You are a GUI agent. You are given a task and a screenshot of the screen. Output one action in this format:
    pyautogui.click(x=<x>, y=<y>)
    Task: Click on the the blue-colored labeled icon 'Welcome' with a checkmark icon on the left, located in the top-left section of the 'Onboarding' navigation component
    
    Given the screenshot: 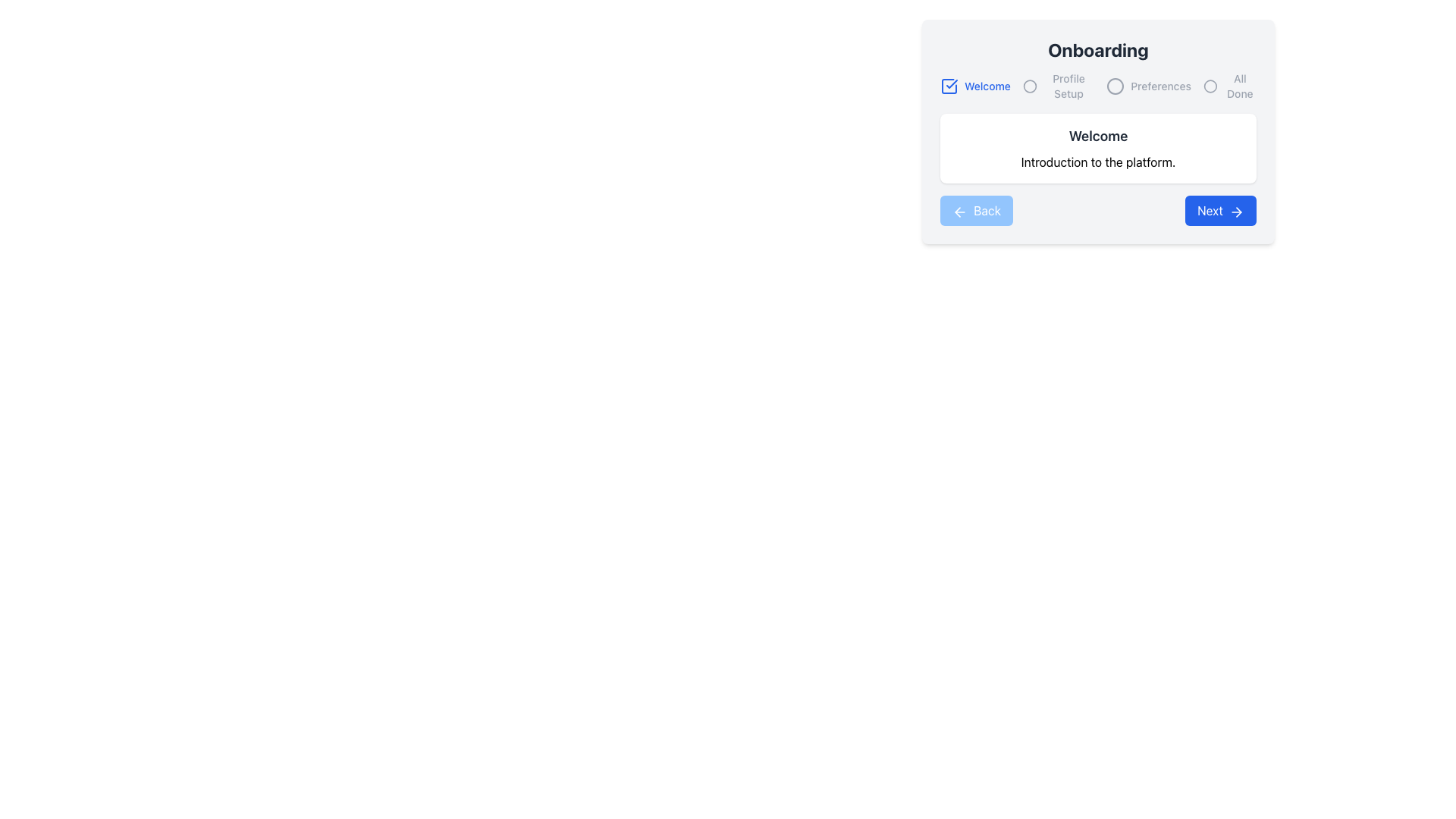 What is the action you would take?
    pyautogui.click(x=975, y=86)
    